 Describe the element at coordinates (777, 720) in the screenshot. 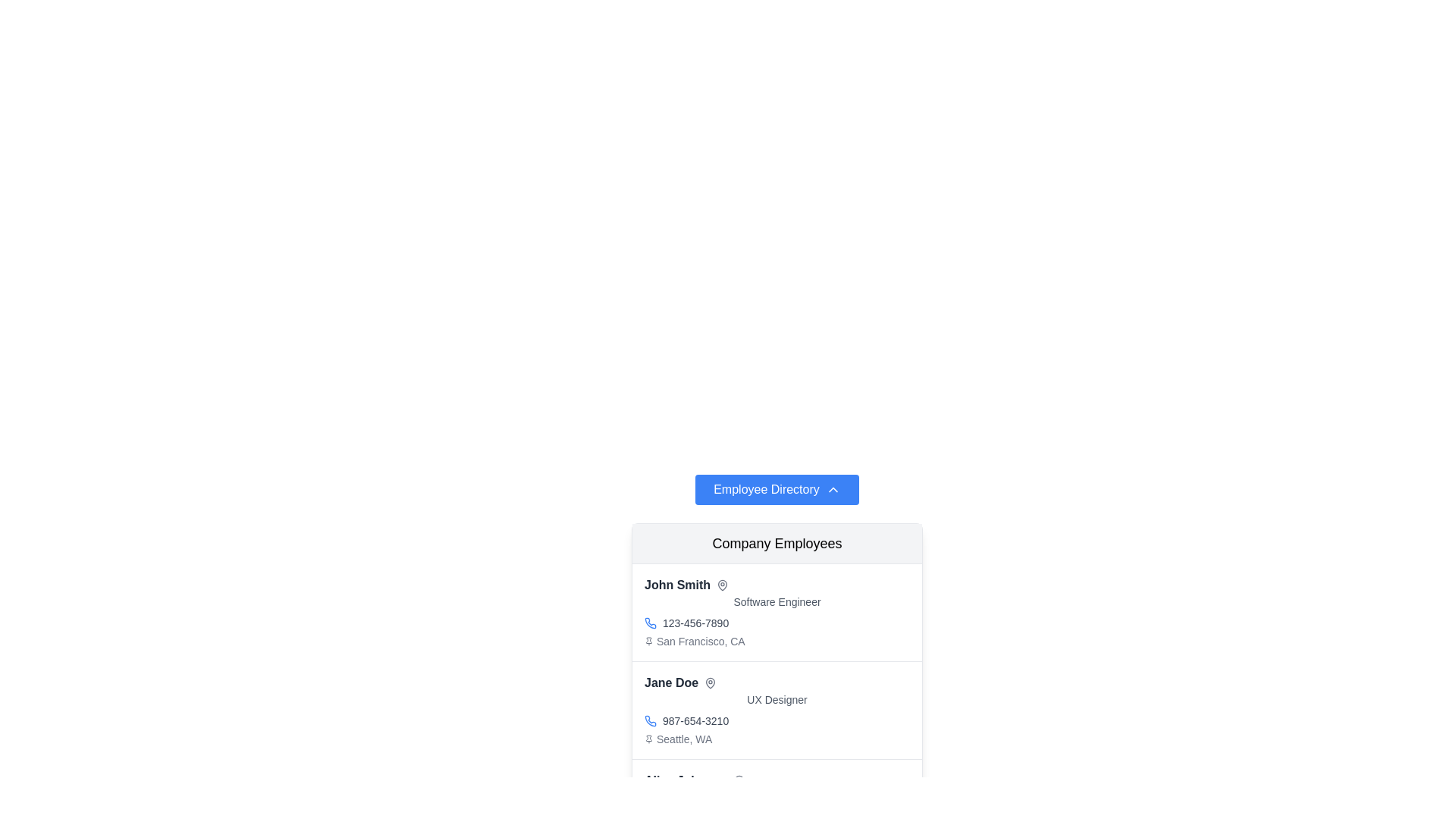

I see `the contact information display element for 'Jane Doe', which is located under the job title 'UX Designer' in the employee card` at that location.